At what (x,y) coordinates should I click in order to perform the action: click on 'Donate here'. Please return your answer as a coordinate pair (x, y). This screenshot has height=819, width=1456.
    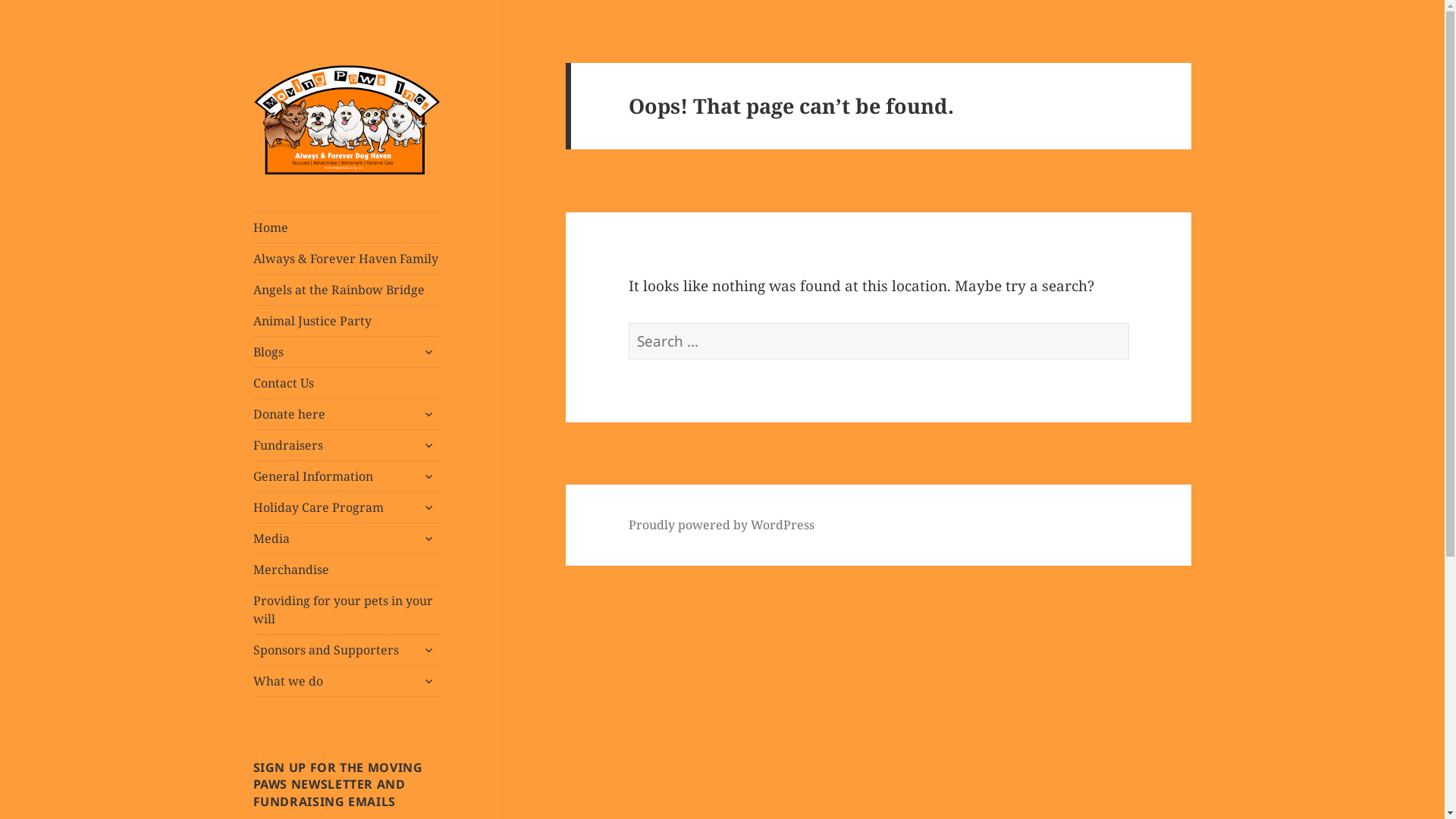
    Looking at the image, I should click on (346, 414).